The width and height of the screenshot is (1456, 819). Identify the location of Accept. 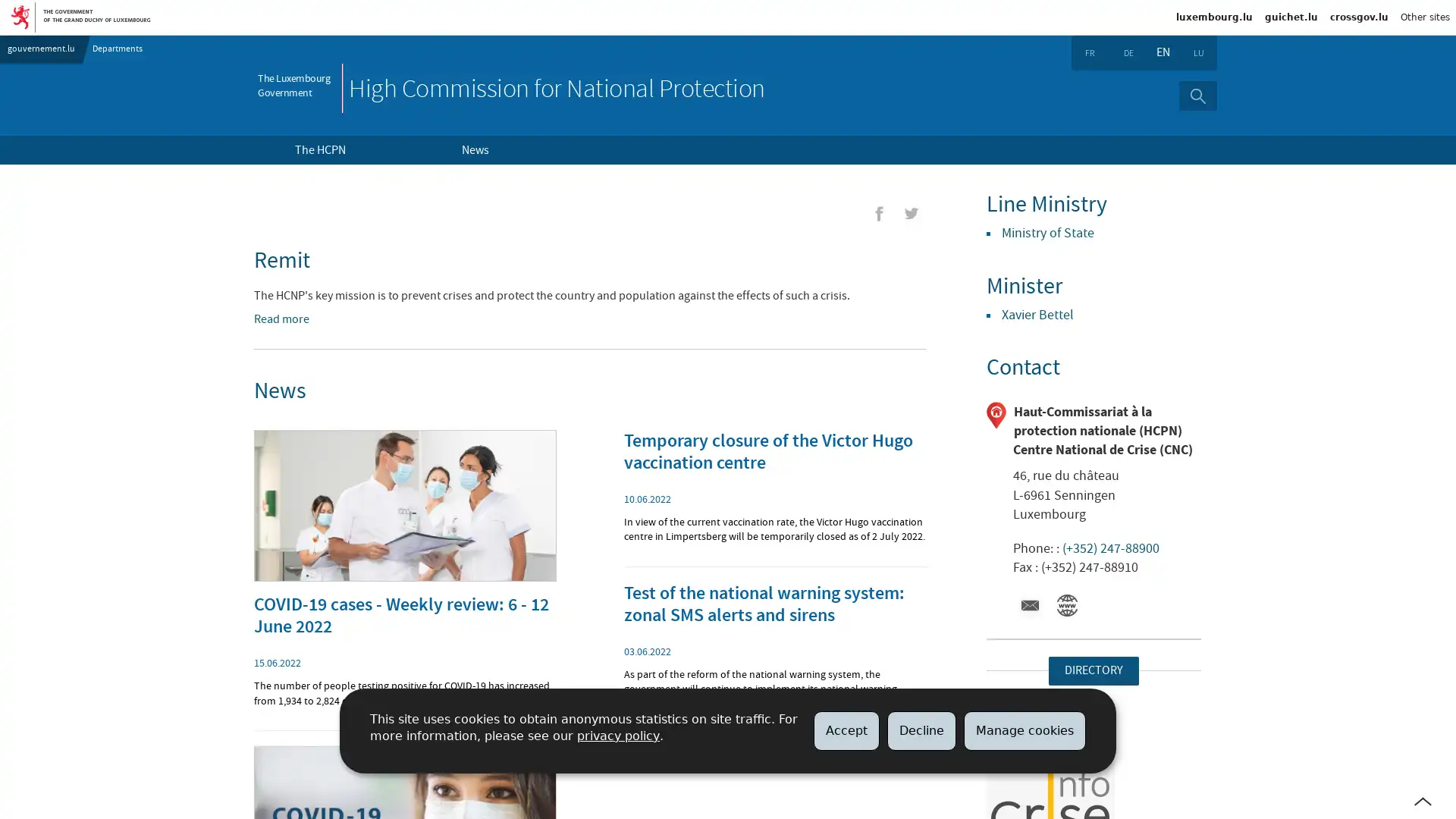
(846, 730).